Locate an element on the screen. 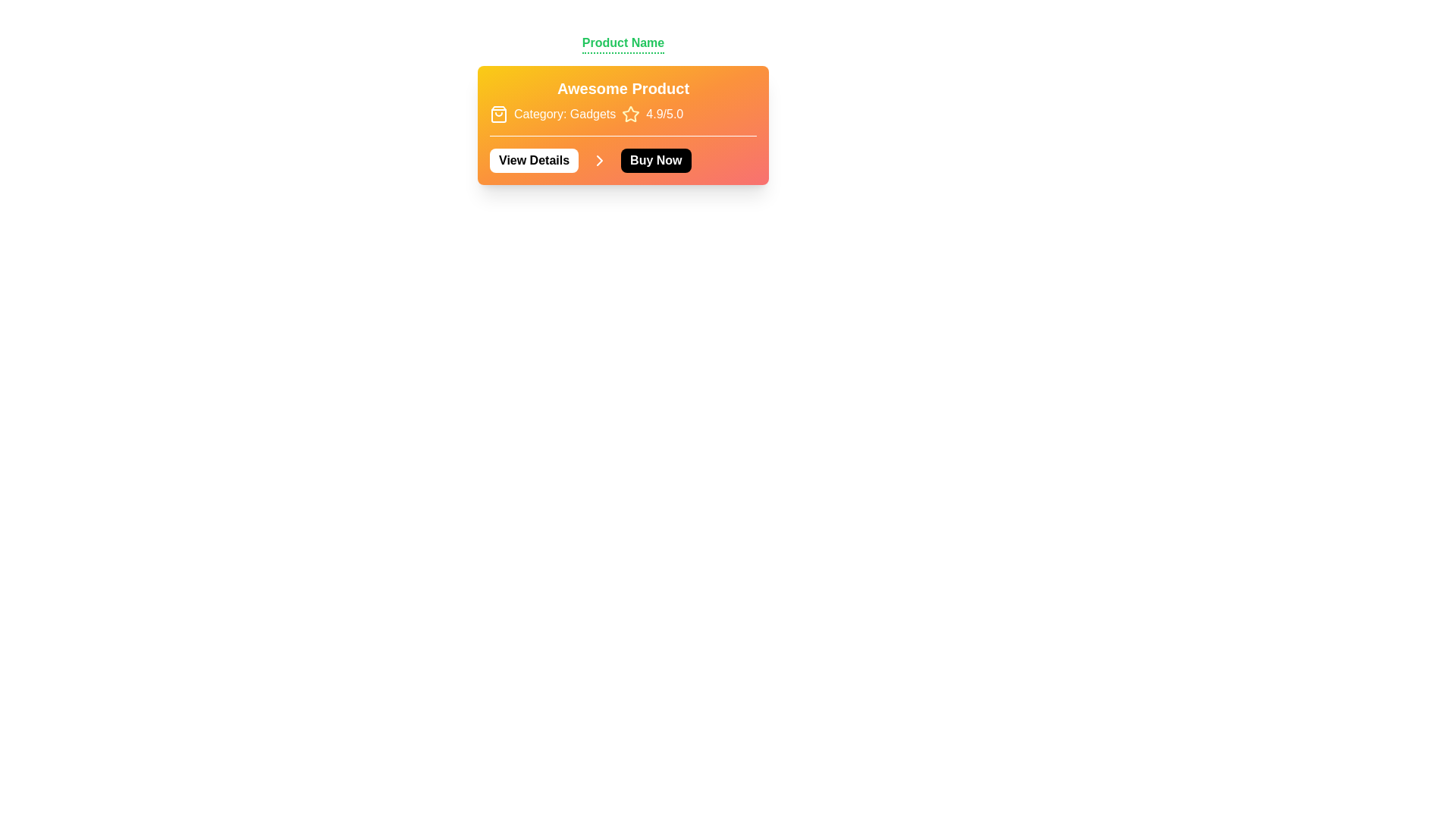 This screenshot has height=819, width=1456. the informational label group located directly below the 'Awesome Product' title in the gradient panel is located at coordinates (623, 113).